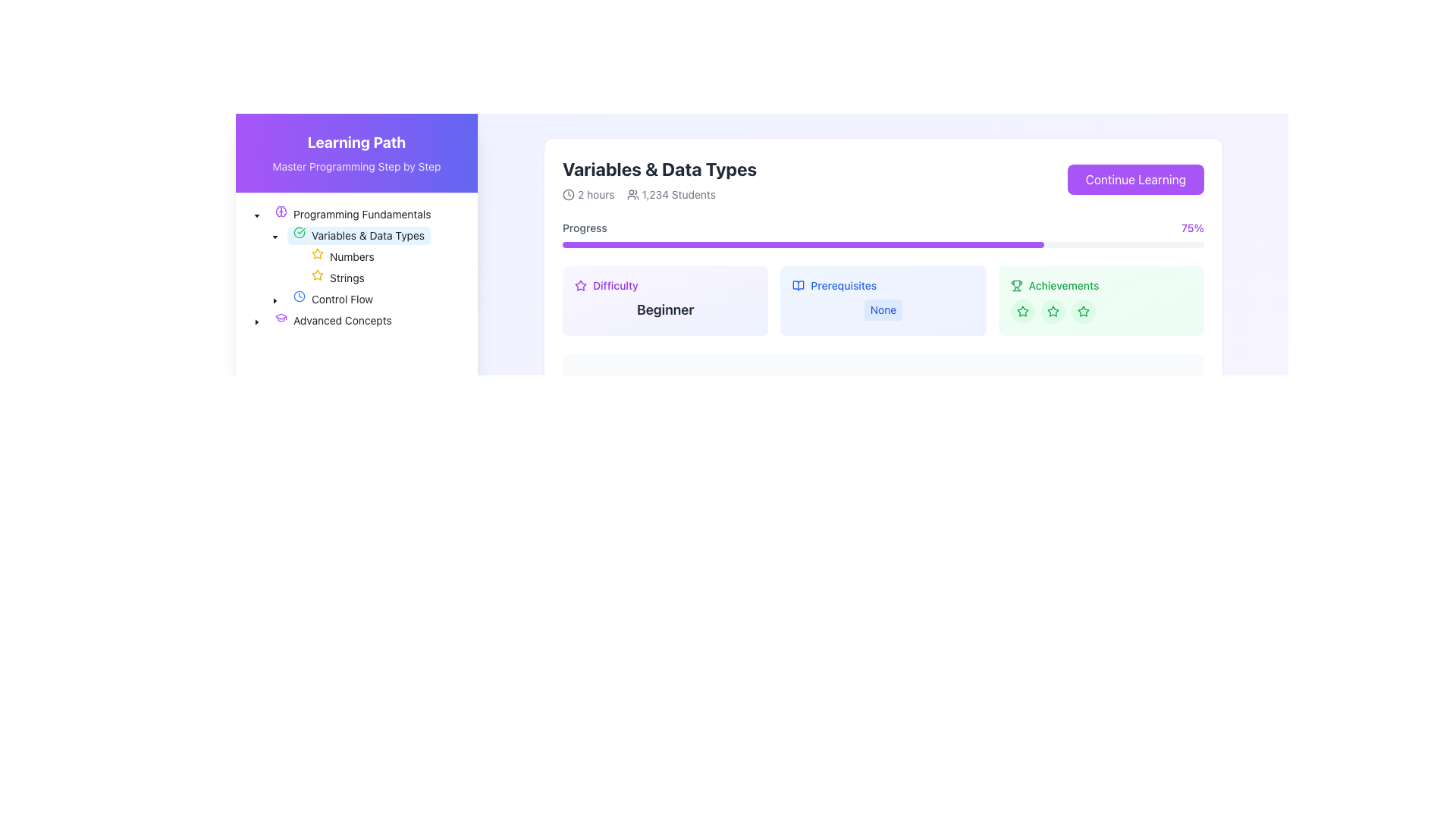 The image size is (1456, 819). Describe the element at coordinates (265, 278) in the screenshot. I see `the indentation unit that is part of the tree view structure under the 'Strings' node, indicating a hierarchical relationship` at that location.